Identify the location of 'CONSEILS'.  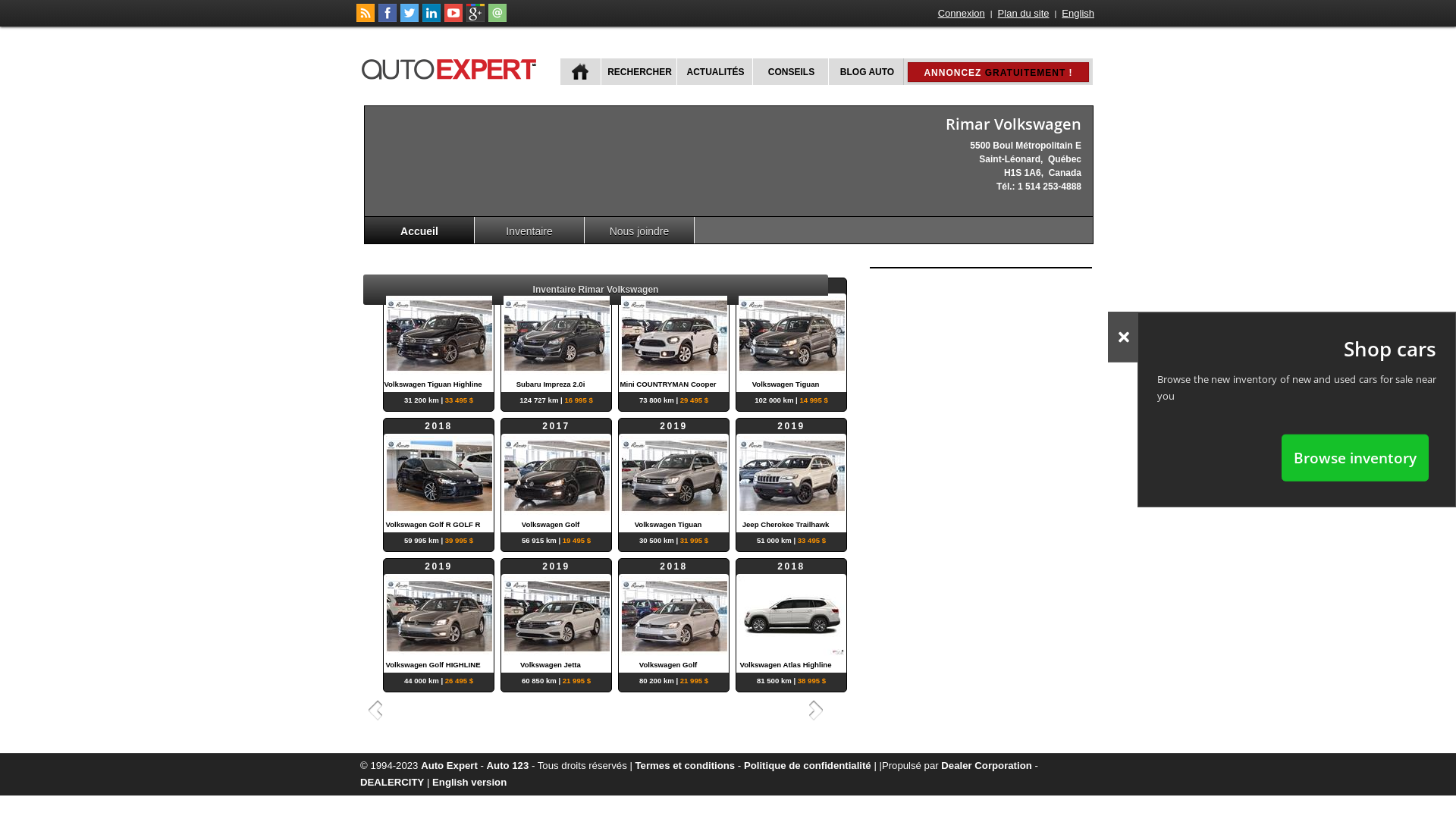
(752, 71).